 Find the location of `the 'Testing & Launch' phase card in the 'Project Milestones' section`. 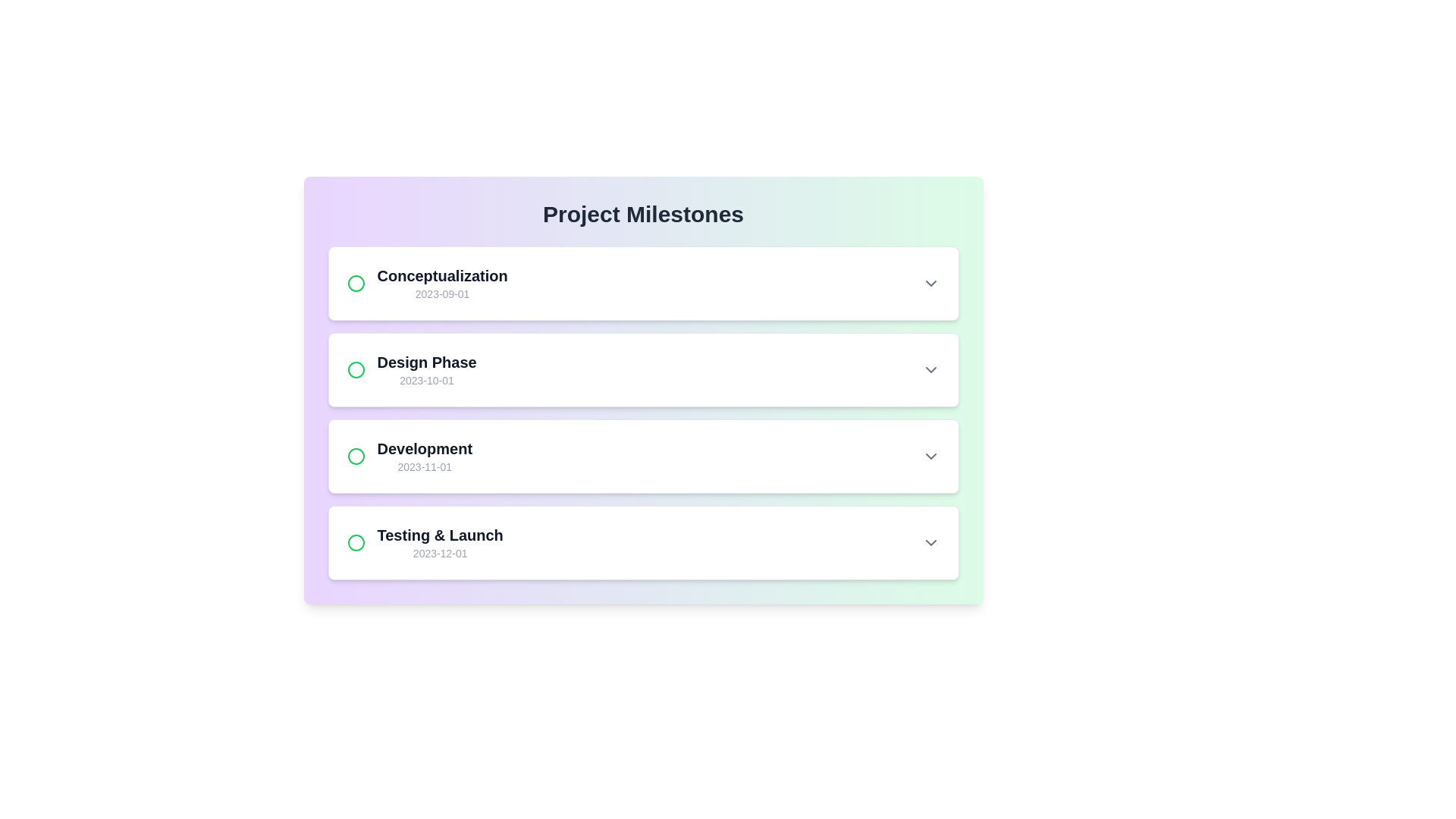

the 'Testing & Launch' phase card in the 'Project Milestones' section is located at coordinates (643, 542).